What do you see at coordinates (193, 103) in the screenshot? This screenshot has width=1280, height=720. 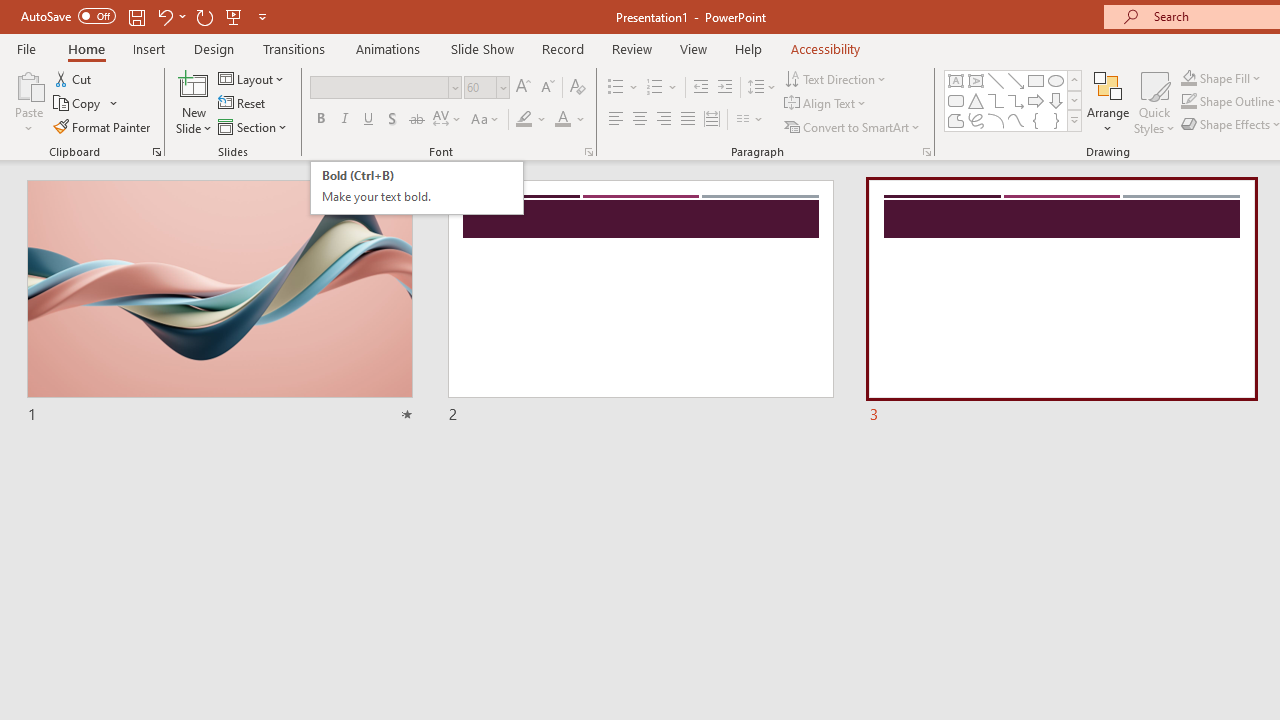 I see `'New Slide'` at bounding box center [193, 103].